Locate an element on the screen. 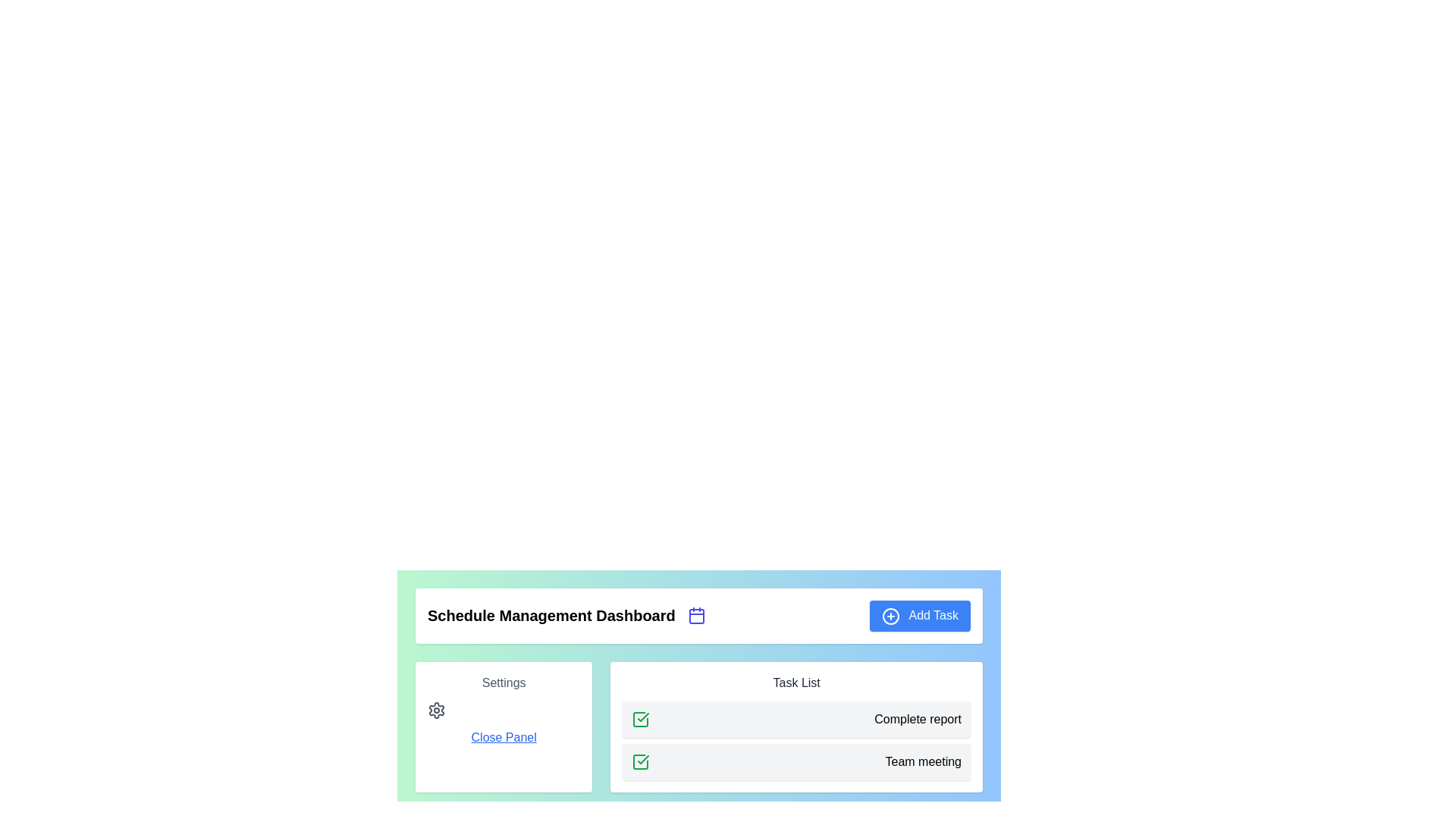 The image size is (1456, 819). the SVG Circle that indicates a circular plus symbol within the 'Add Task' button located on the right side of the top section of the interface is located at coordinates (890, 616).